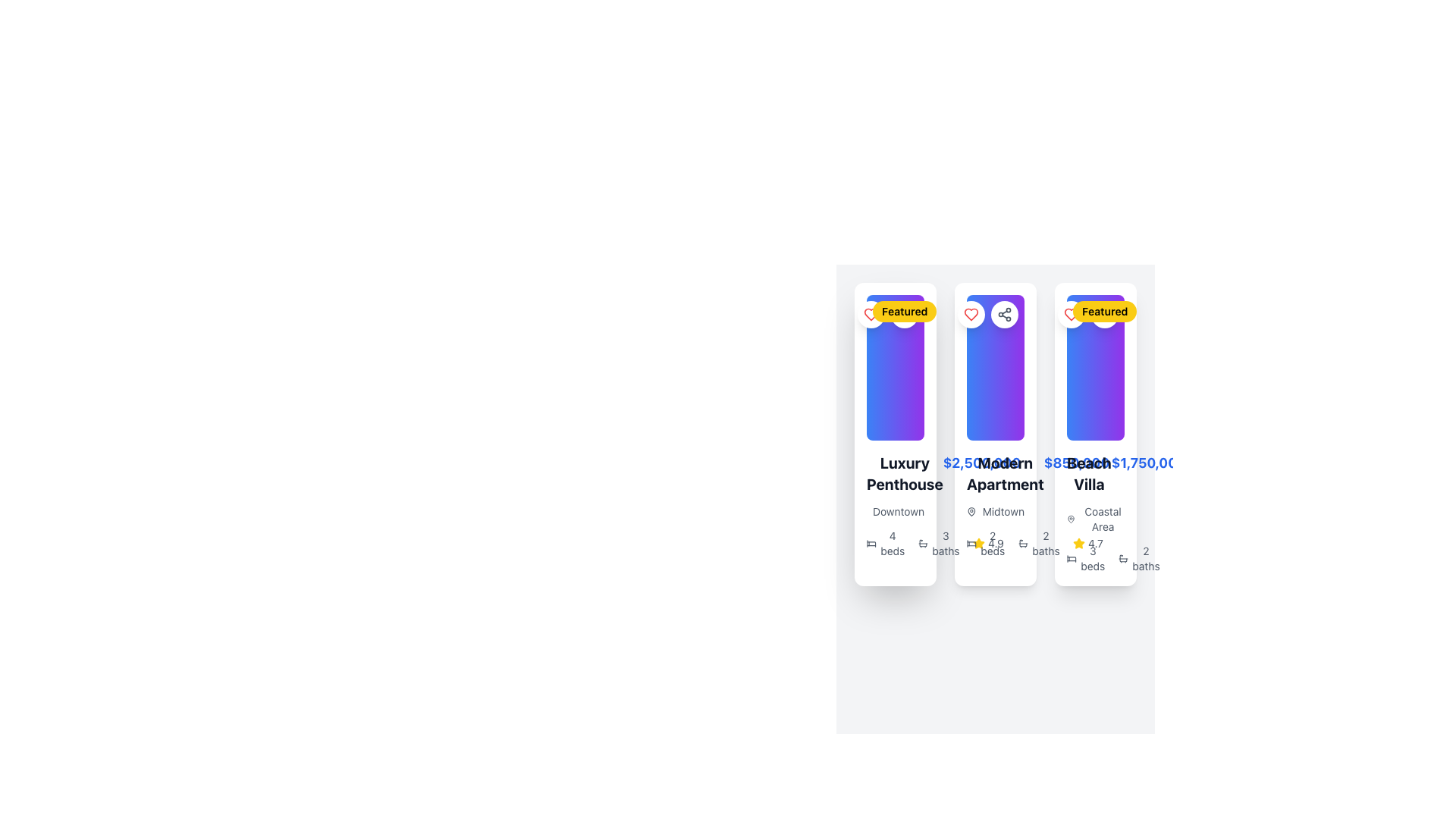  Describe the element at coordinates (1148, 462) in the screenshot. I see `the text label displaying the amount '$1,750,000' in bold blue font, located at the top-right section of the 'Beach Villa' card` at that location.